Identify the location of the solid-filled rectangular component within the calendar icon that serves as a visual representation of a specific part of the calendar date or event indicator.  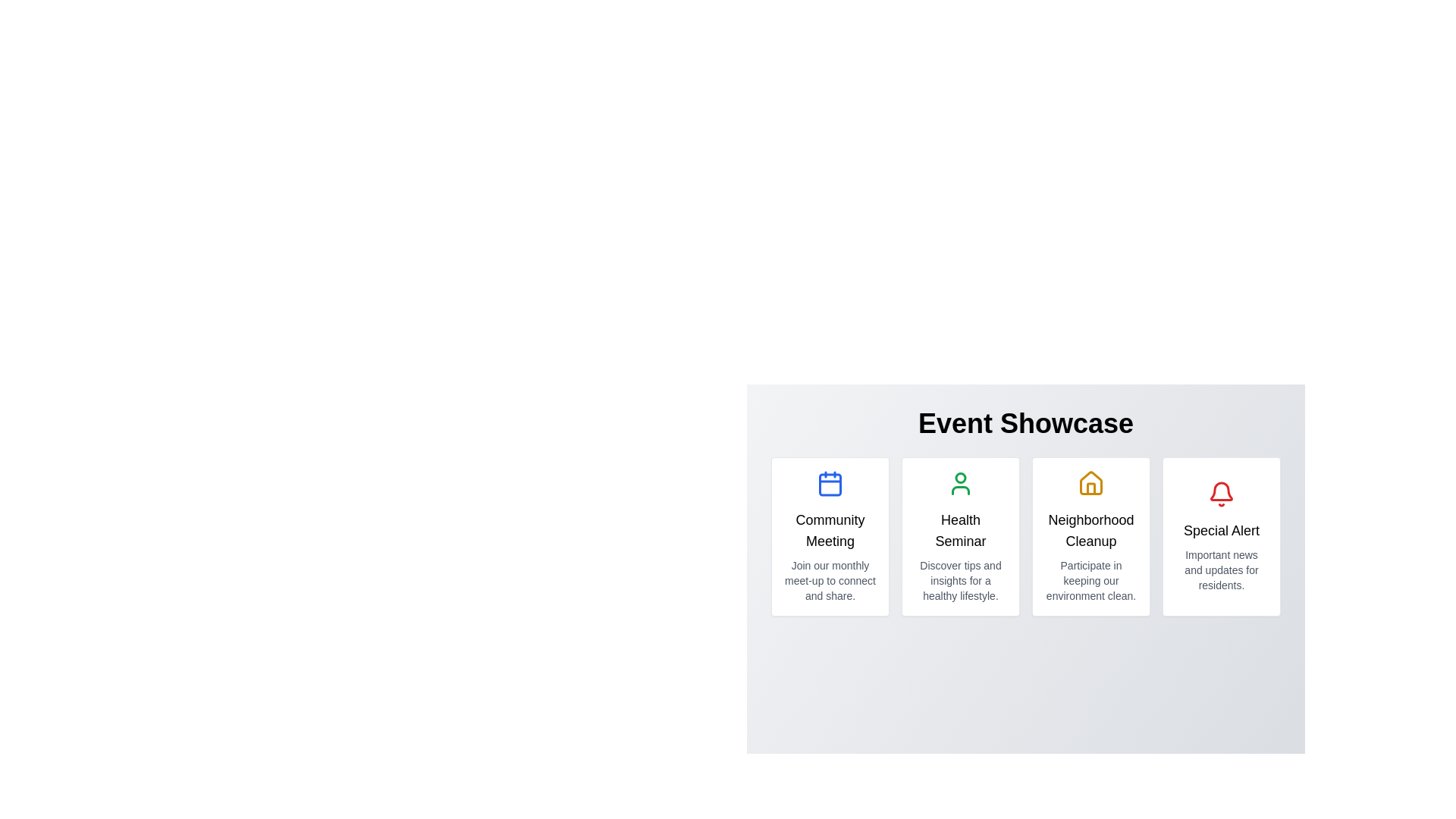
(829, 485).